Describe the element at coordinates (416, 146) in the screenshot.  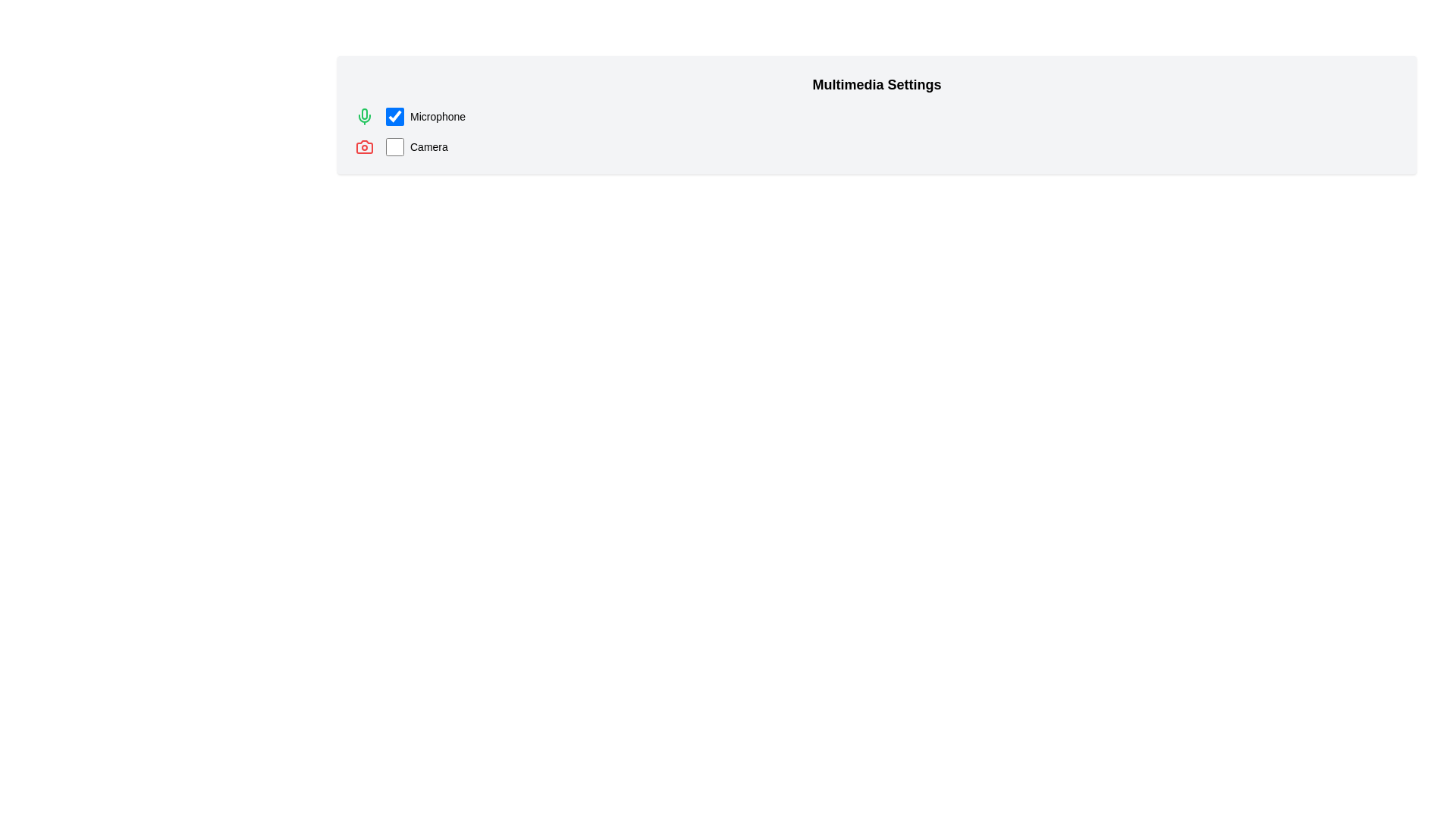
I see `the checkbox labeled 'Camera'` at that location.